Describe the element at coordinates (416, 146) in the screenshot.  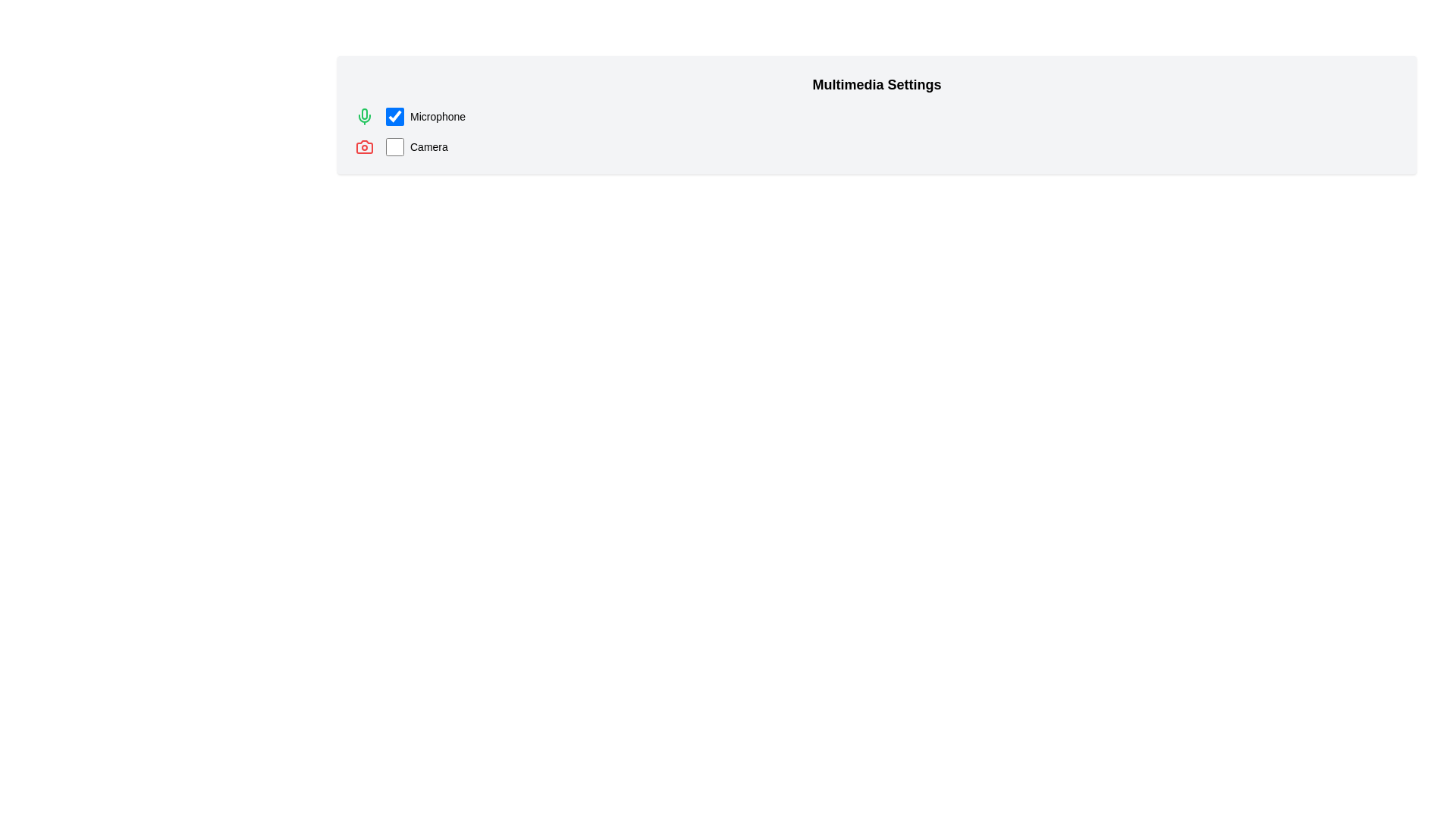
I see `the checkbox labeled 'Camera'` at that location.